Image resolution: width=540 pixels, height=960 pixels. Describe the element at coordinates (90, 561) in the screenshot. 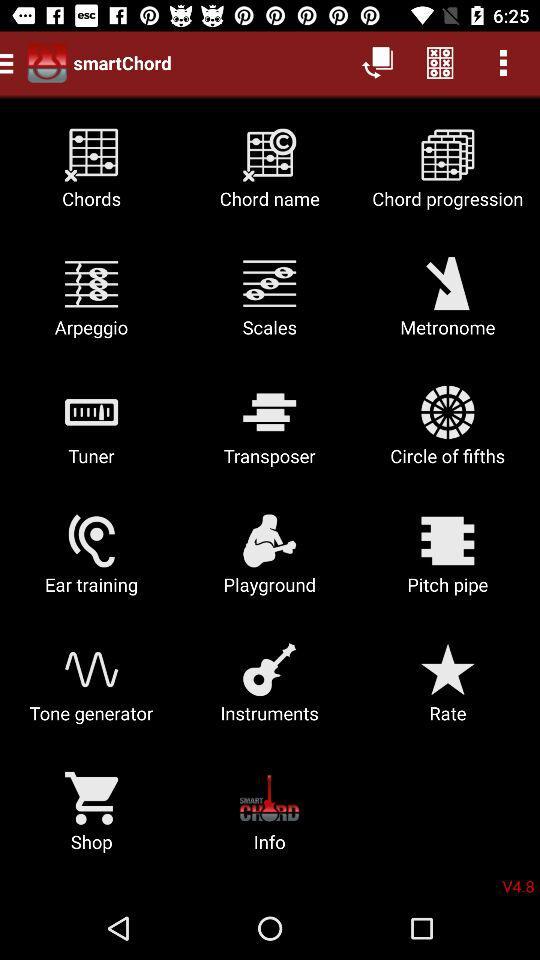

I see `the ear training` at that location.